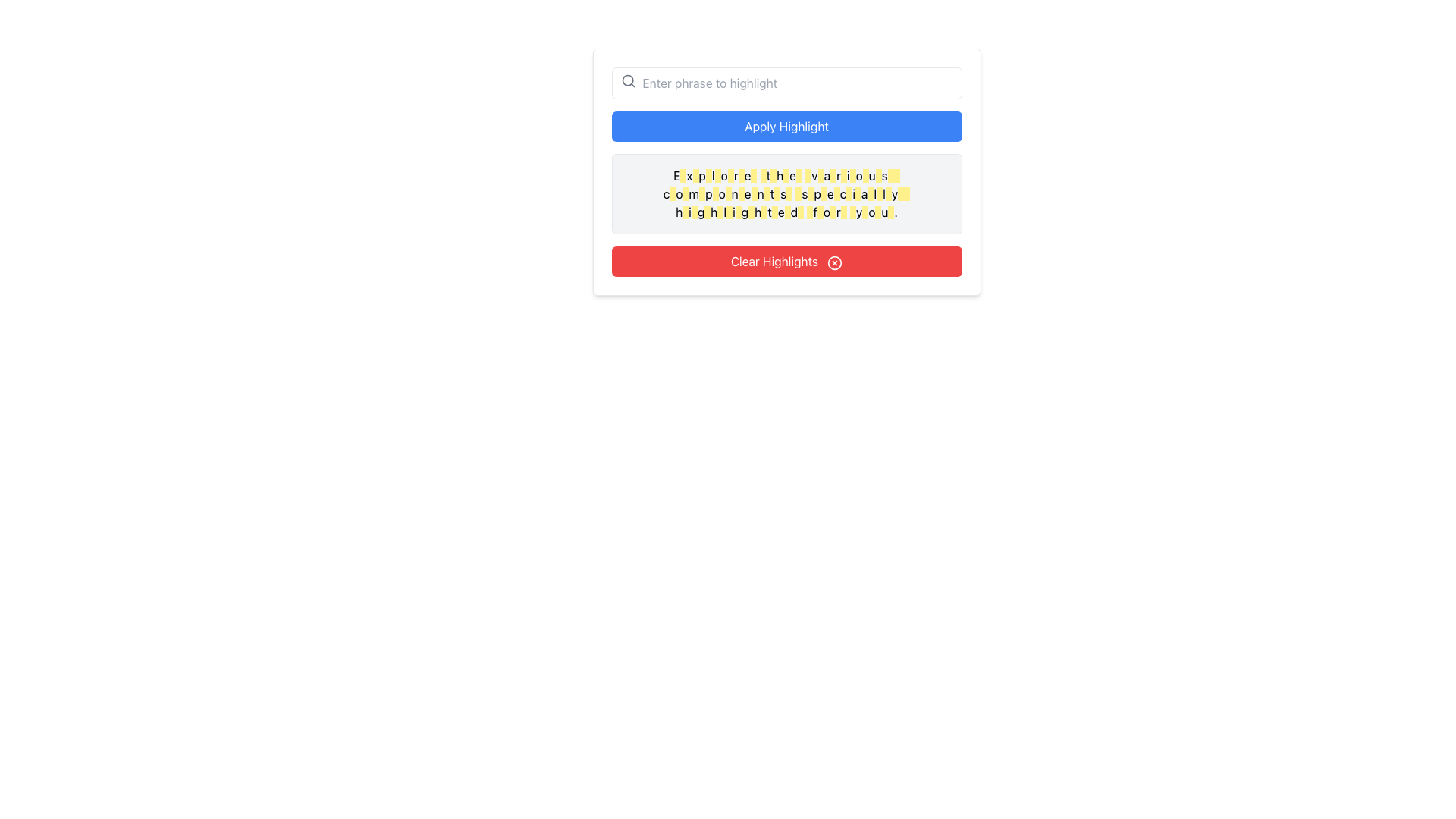  Describe the element at coordinates (901, 193) in the screenshot. I see `the 44th non-interactive decorative yellow fragment in the highlighted sentence` at that location.